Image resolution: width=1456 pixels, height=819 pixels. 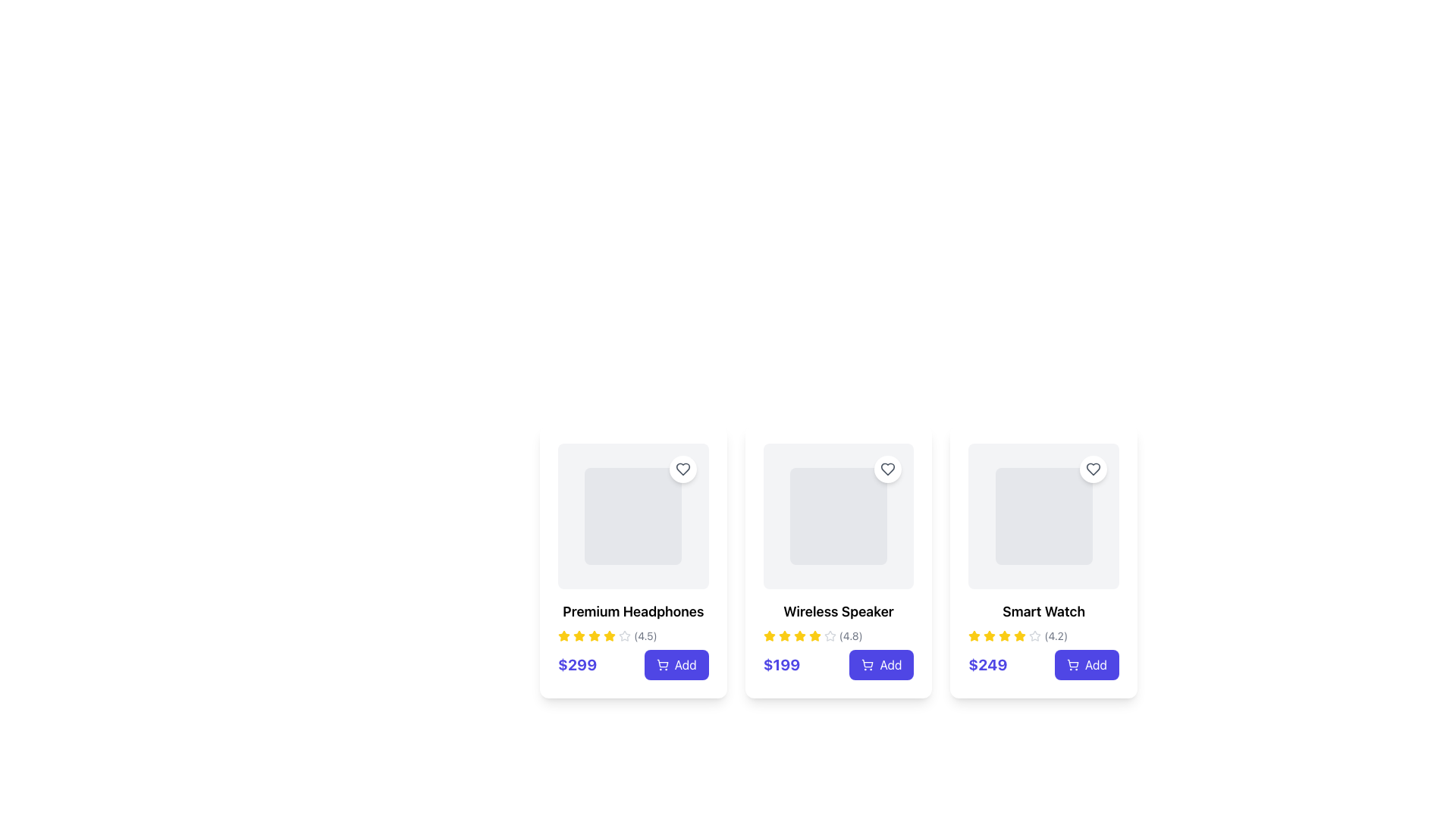 What do you see at coordinates (990, 636) in the screenshot?
I see `the third star icon in the rating section under the 'Smart Watch' product card` at bounding box center [990, 636].